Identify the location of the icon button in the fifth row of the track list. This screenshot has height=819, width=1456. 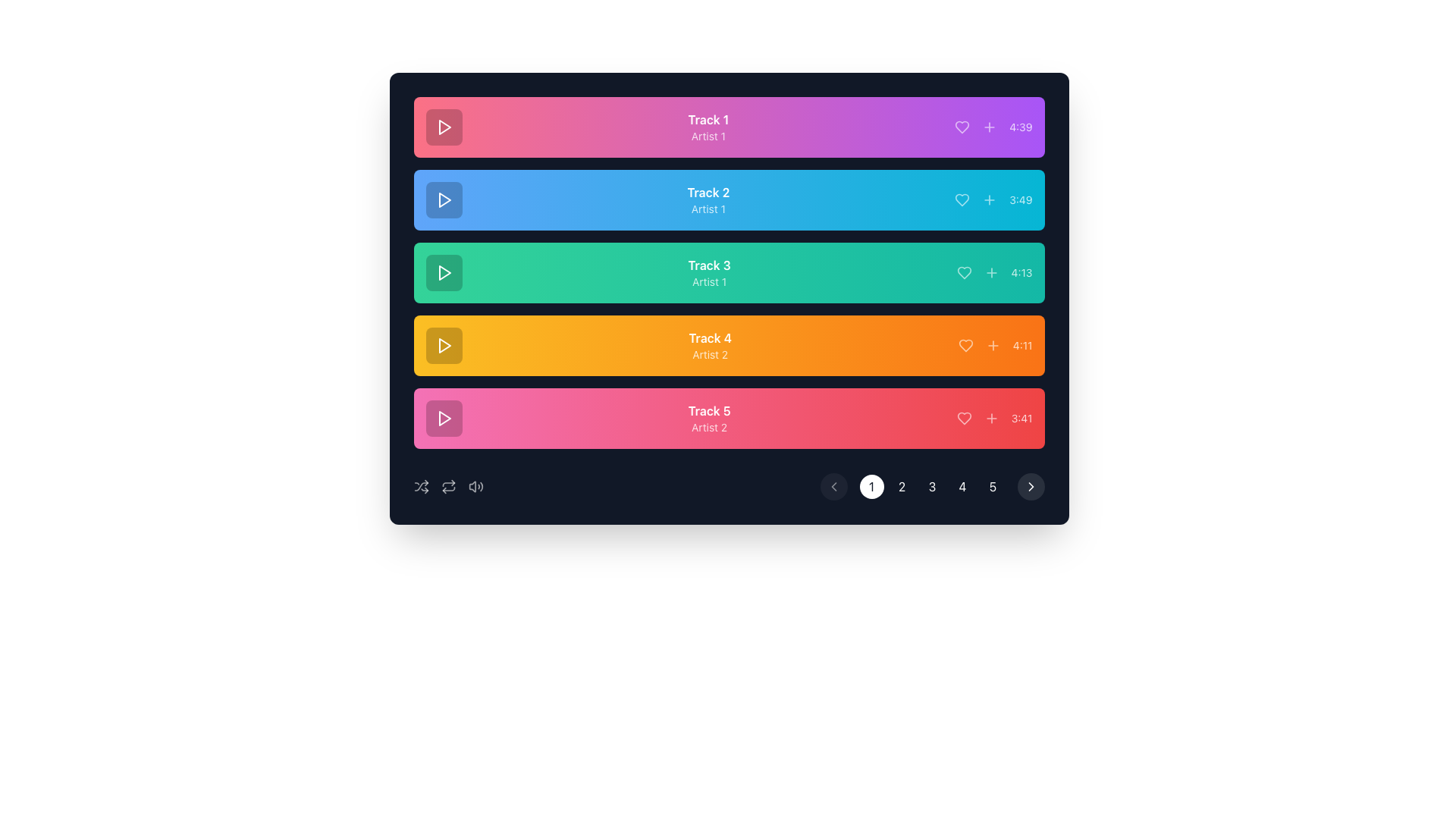
(963, 418).